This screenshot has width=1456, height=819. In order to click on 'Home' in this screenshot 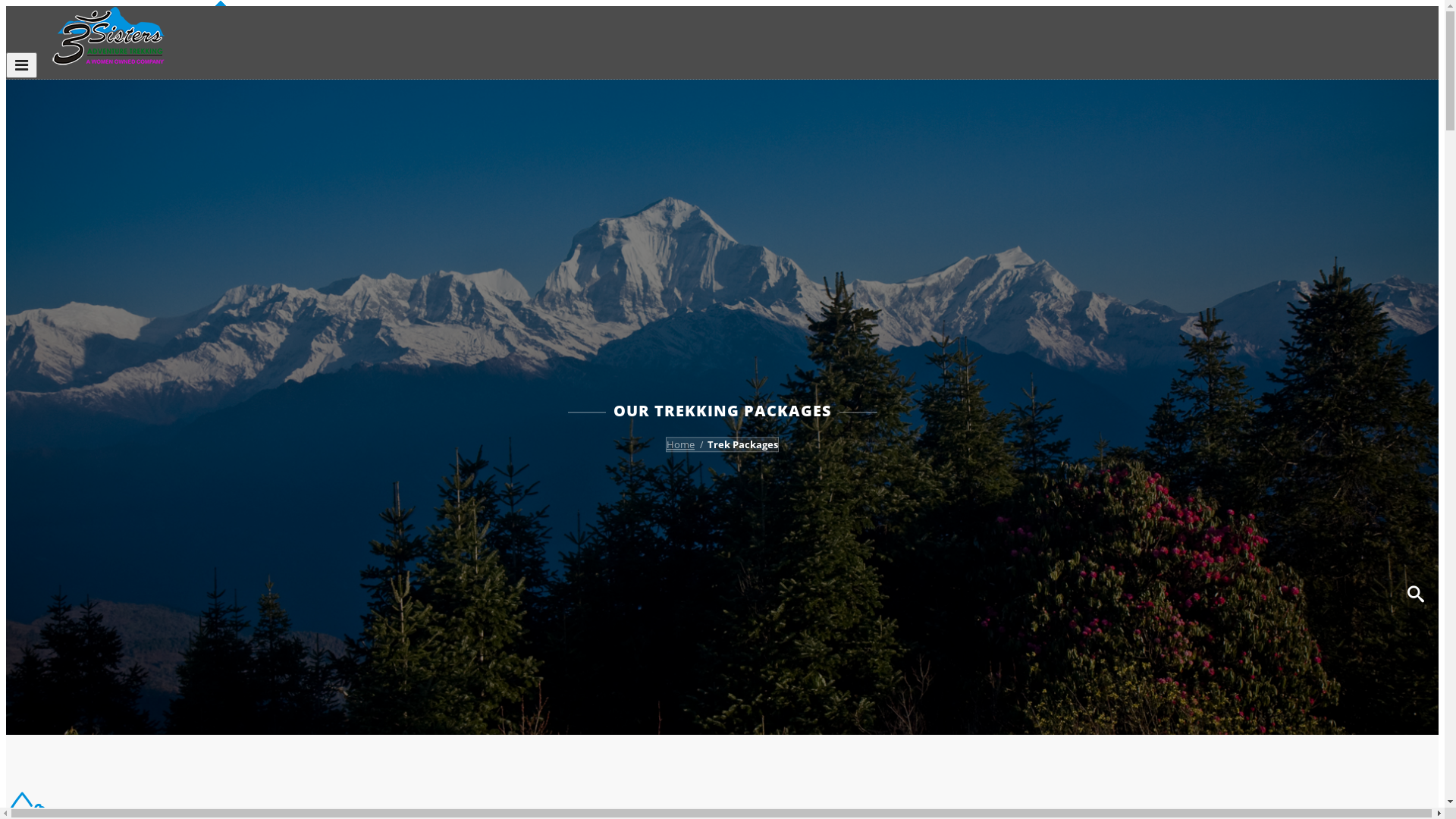, I will do `click(679, 444)`.